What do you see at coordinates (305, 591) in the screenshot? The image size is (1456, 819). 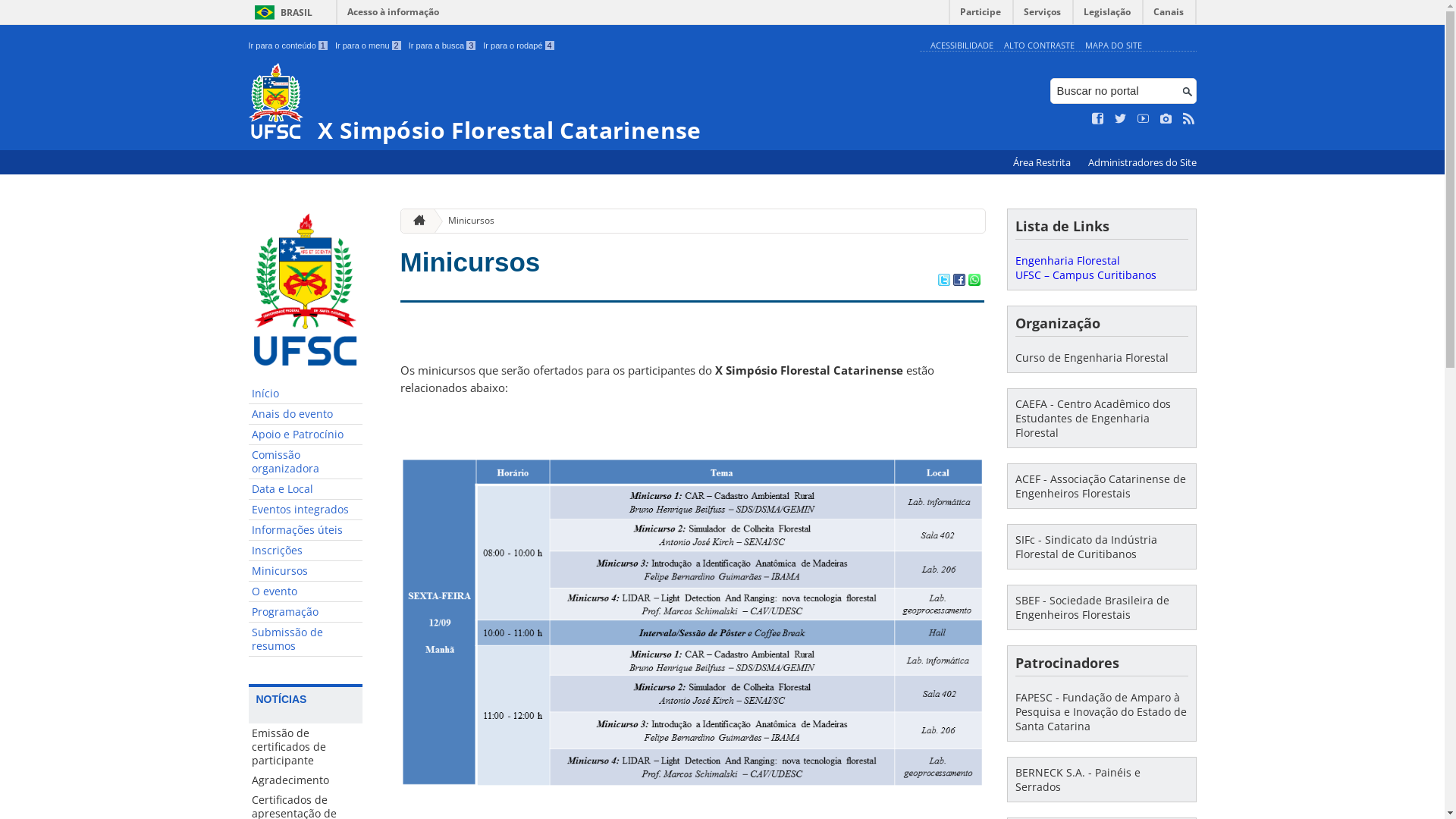 I see `'O evento'` at bounding box center [305, 591].